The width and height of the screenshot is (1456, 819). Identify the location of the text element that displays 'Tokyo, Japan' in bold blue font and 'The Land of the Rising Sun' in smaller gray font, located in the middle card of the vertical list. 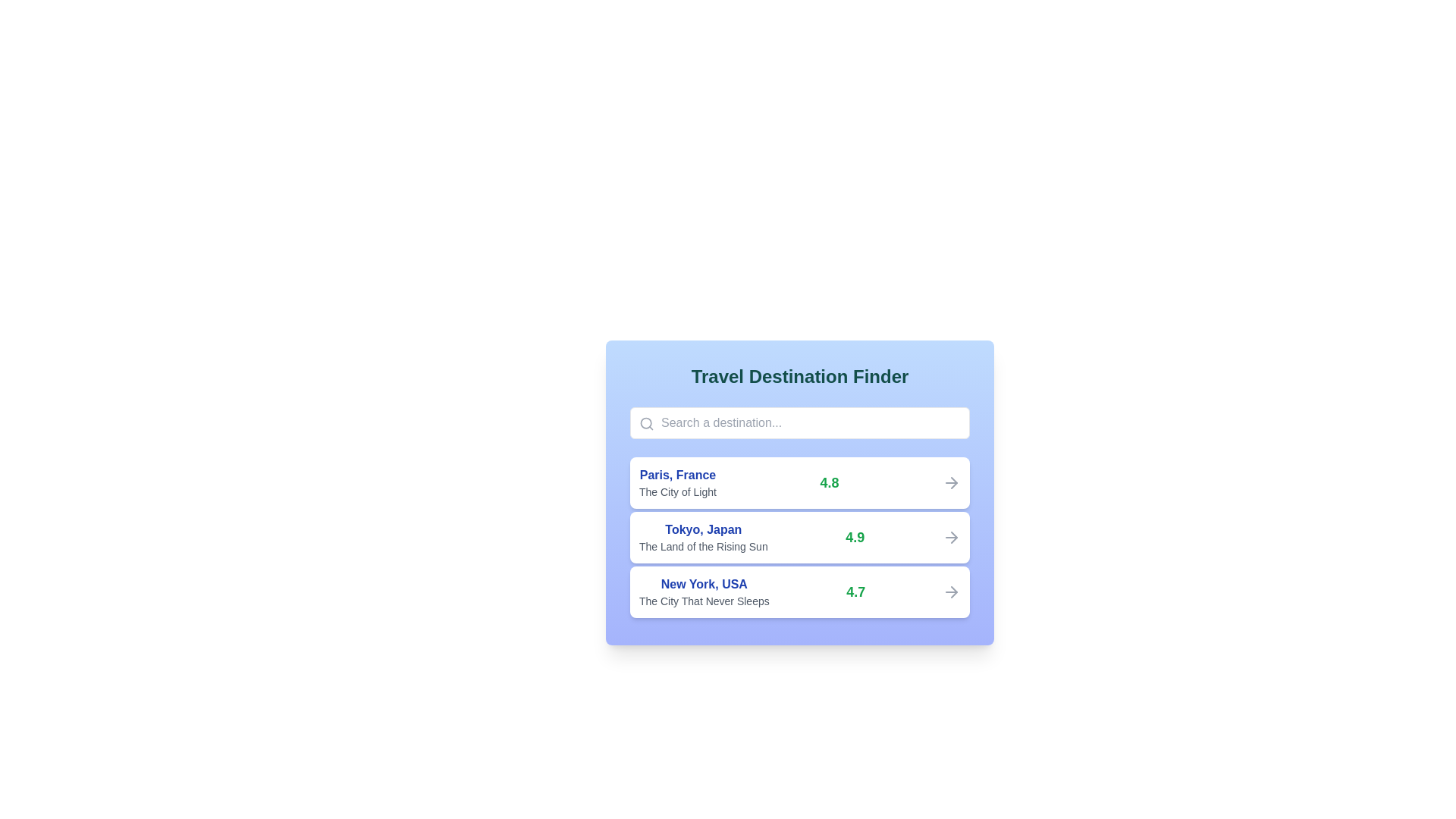
(702, 537).